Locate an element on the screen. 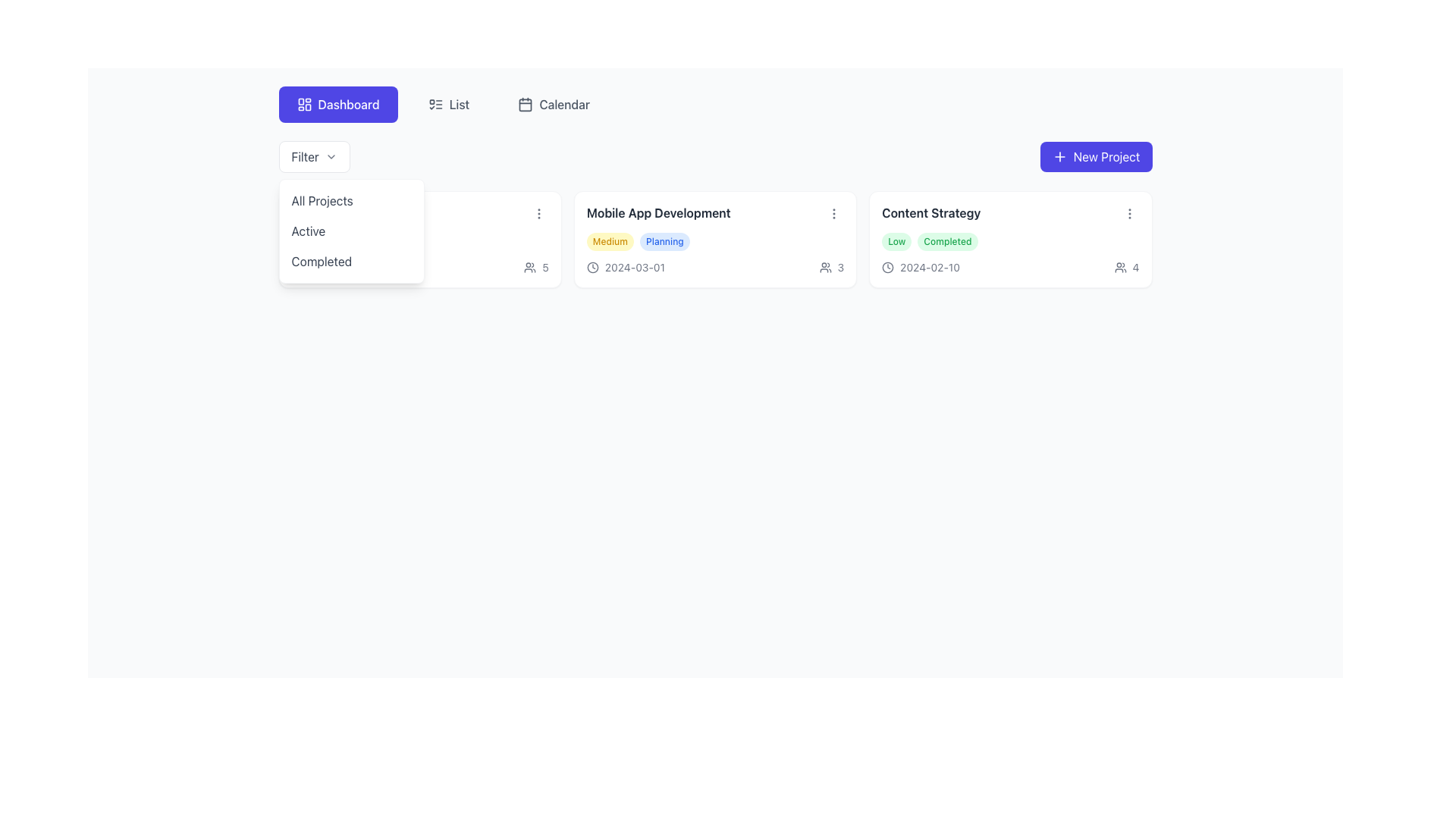 The image size is (1456, 819). the static text element that serves as a numeric indicator for users or participants in the 'Content Strategy' section, located towards the right end of the card is located at coordinates (1135, 267).